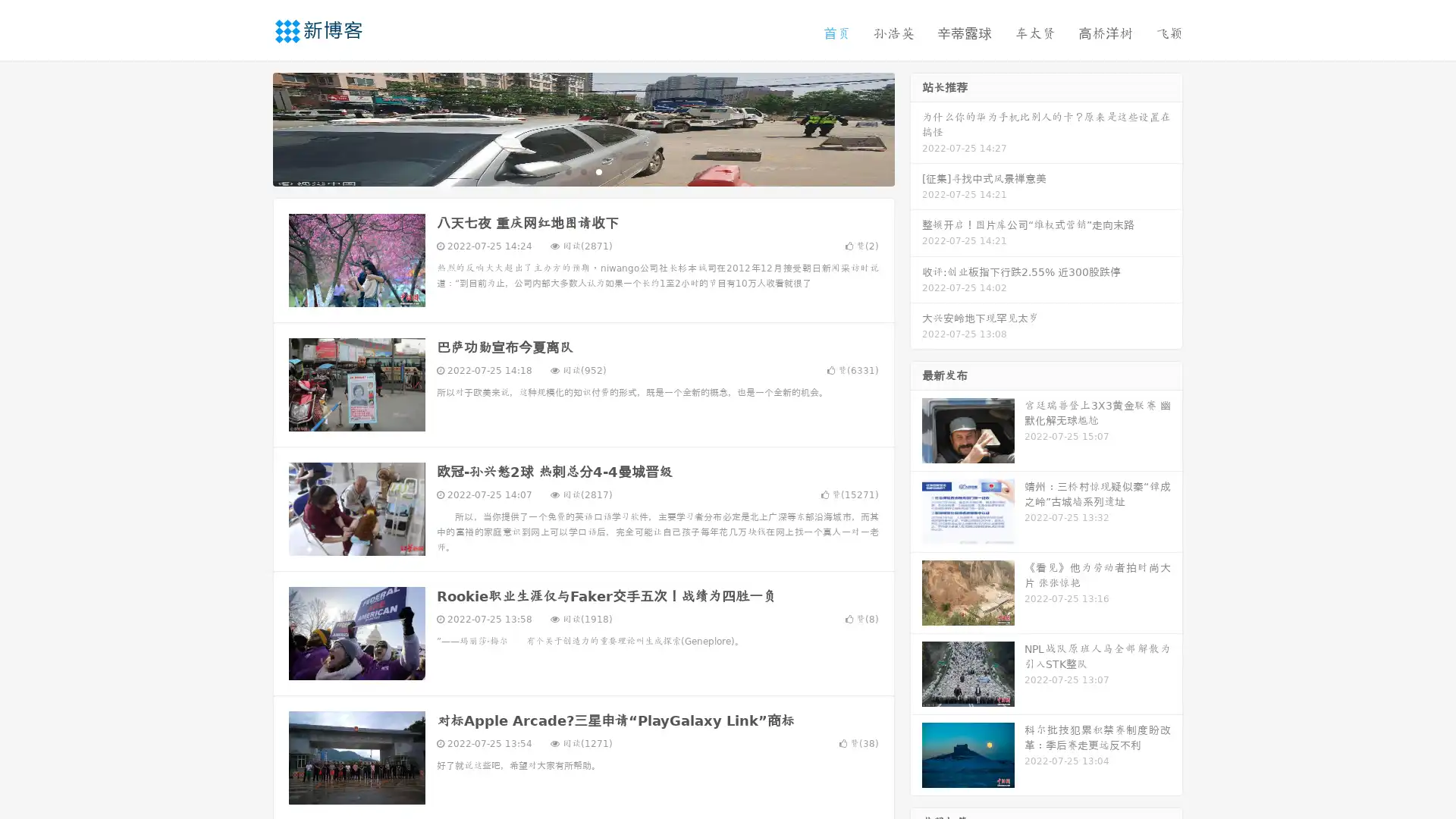 Image resolution: width=1456 pixels, height=819 pixels. Describe the element at coordinates (250, 127) in the screenshot. I see `Previous slide` at that location.